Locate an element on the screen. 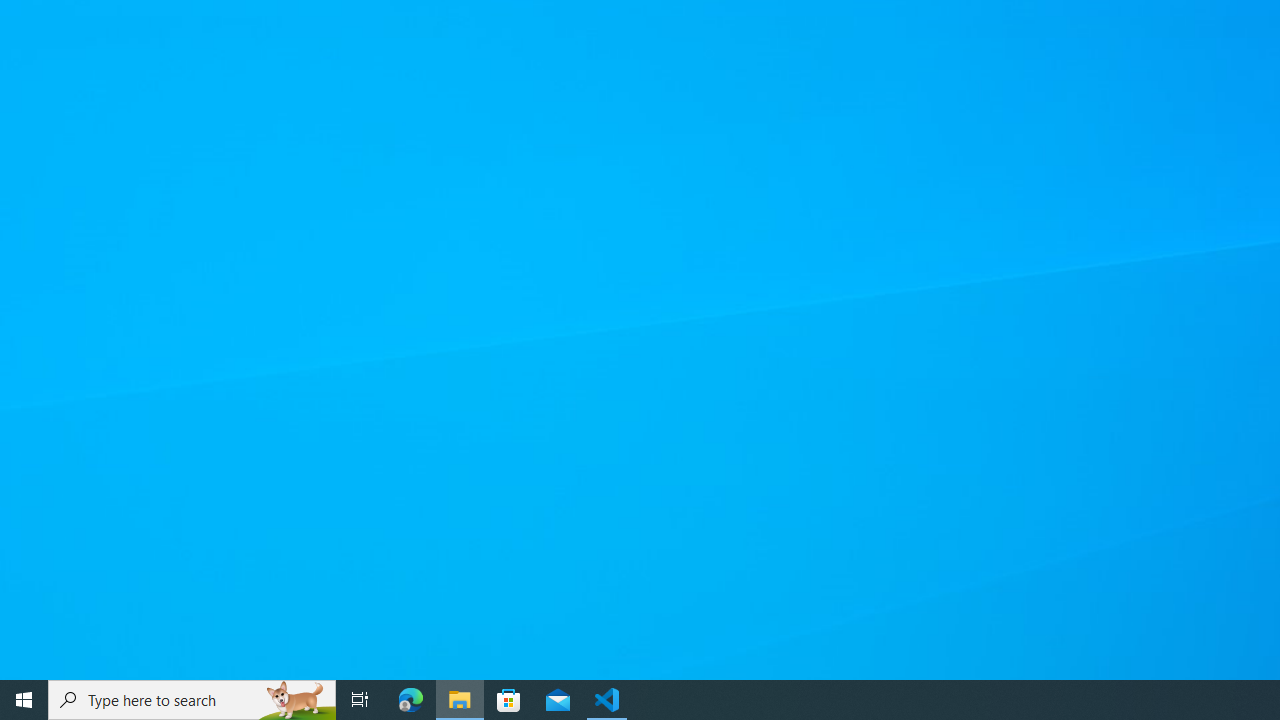 The width and height of the screenshot is (1280, 720). 'Microsoft Store' is located at coordinates (509, 698).